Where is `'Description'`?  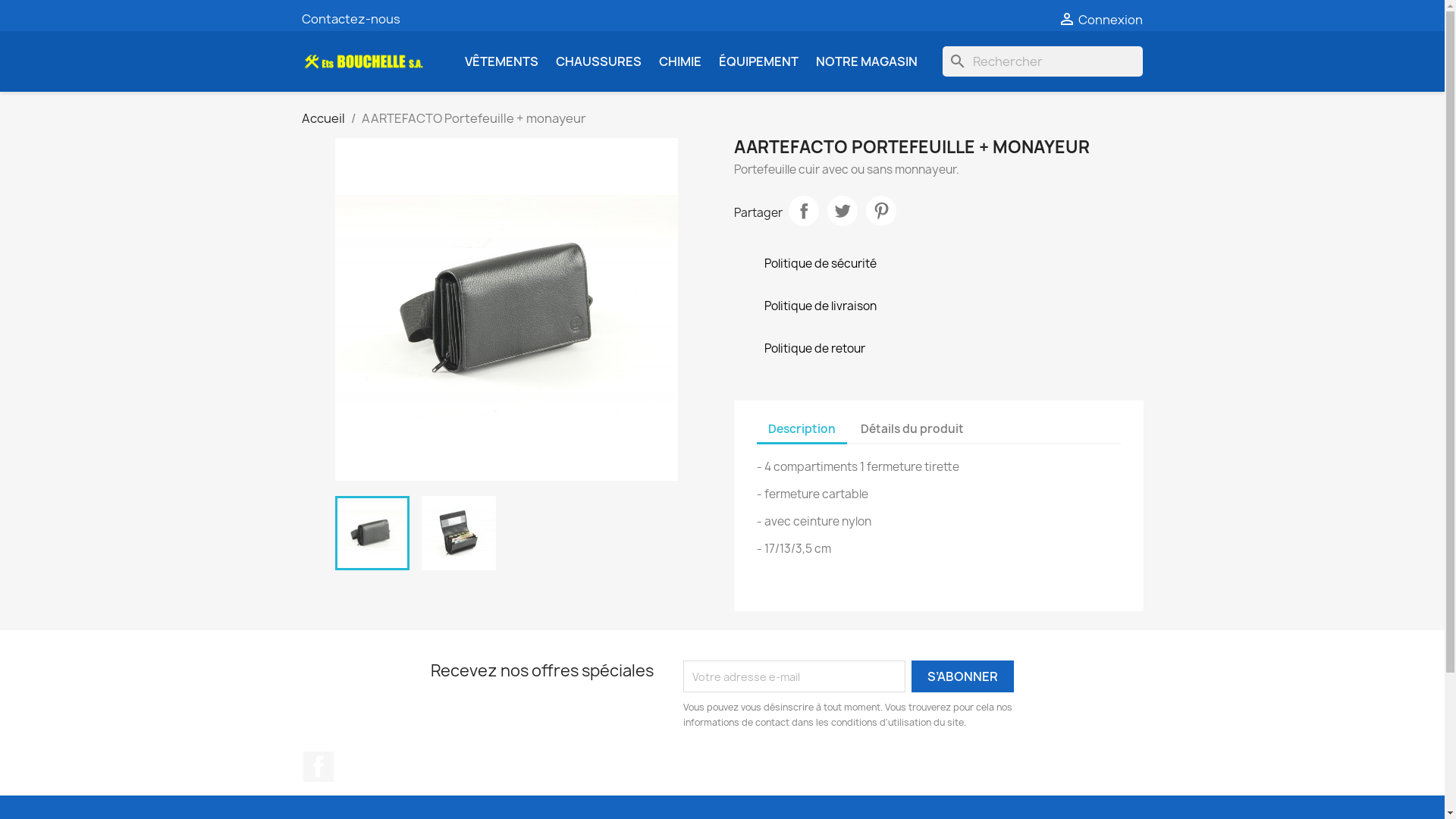
'Description' is located at coordinates (801, 430).